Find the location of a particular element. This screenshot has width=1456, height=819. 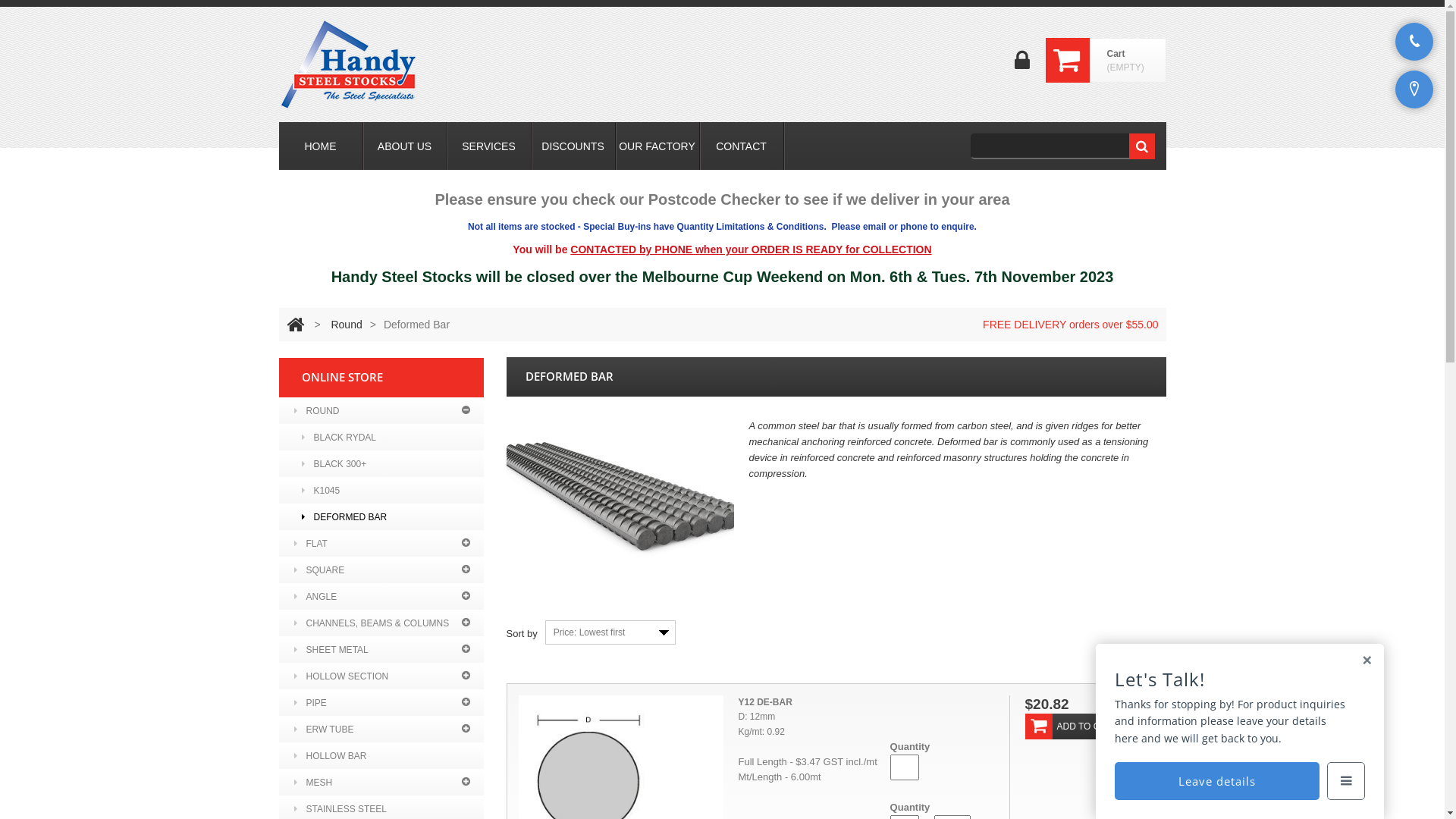

'K1045' is located at coordinates (381, 490).